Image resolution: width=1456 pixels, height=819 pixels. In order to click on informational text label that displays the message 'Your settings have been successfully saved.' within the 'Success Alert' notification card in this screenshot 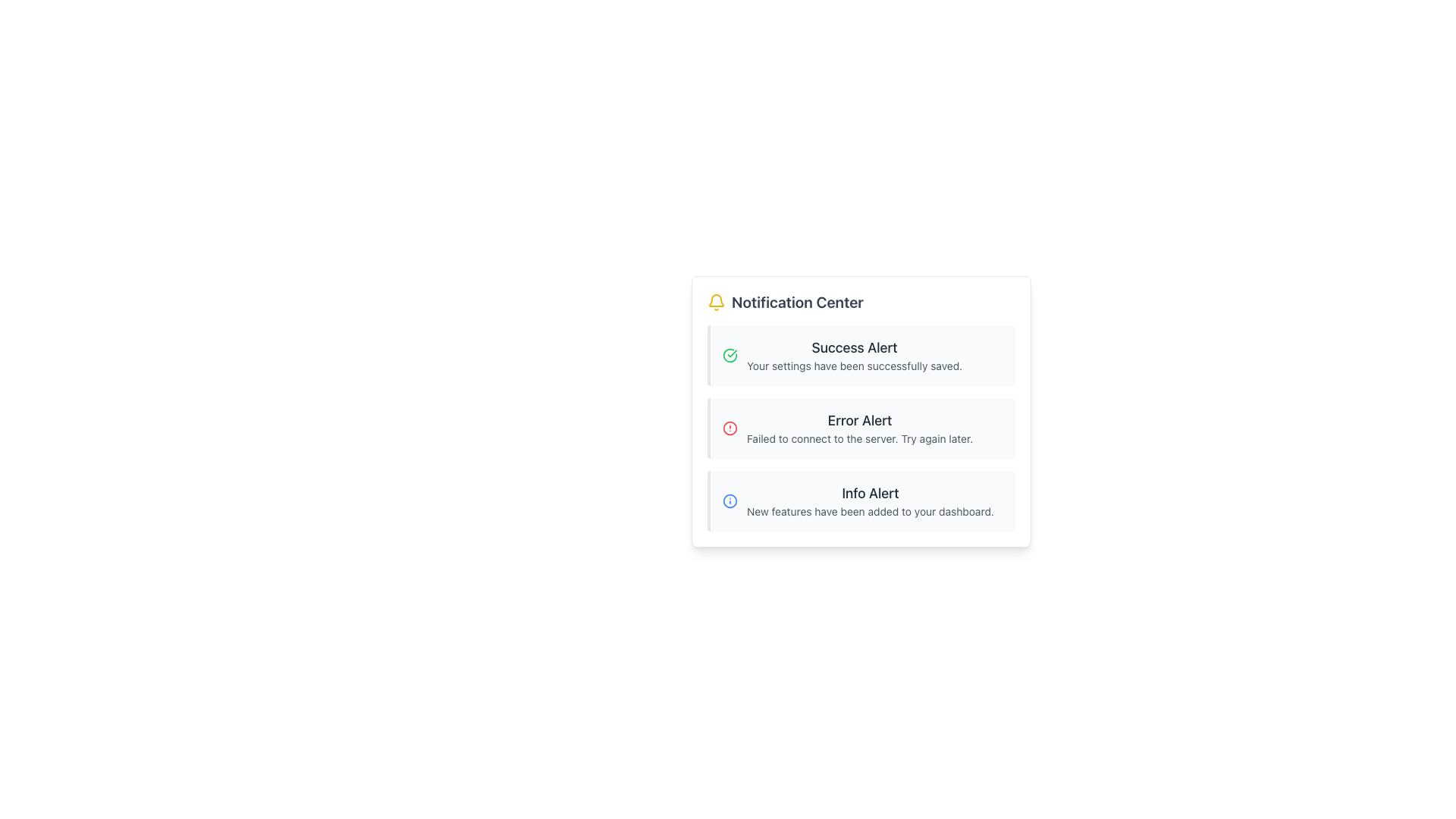, I will do `click(855, 366)`.